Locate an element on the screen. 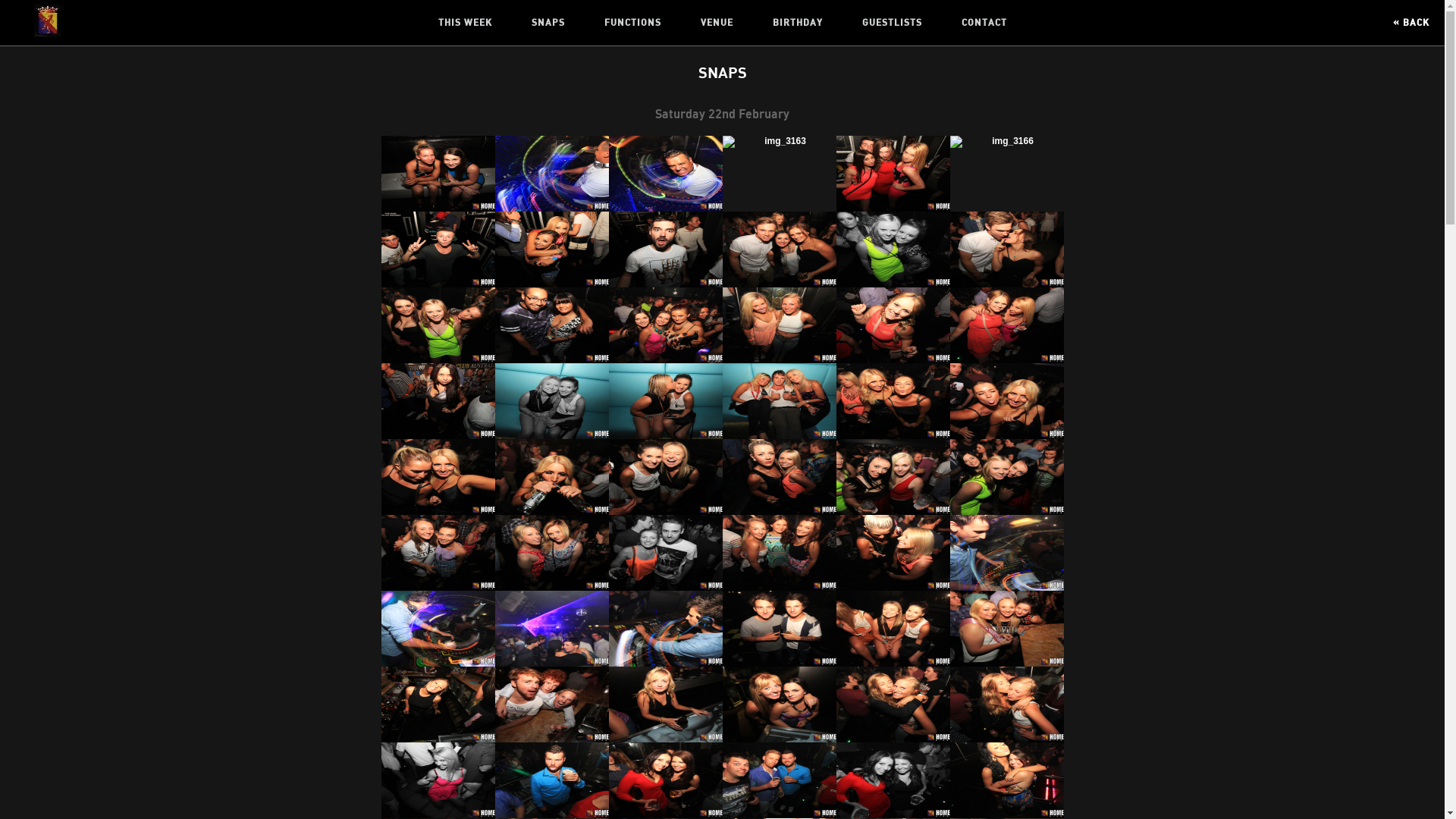  'VENUE' is located at coordinates (716, 23).